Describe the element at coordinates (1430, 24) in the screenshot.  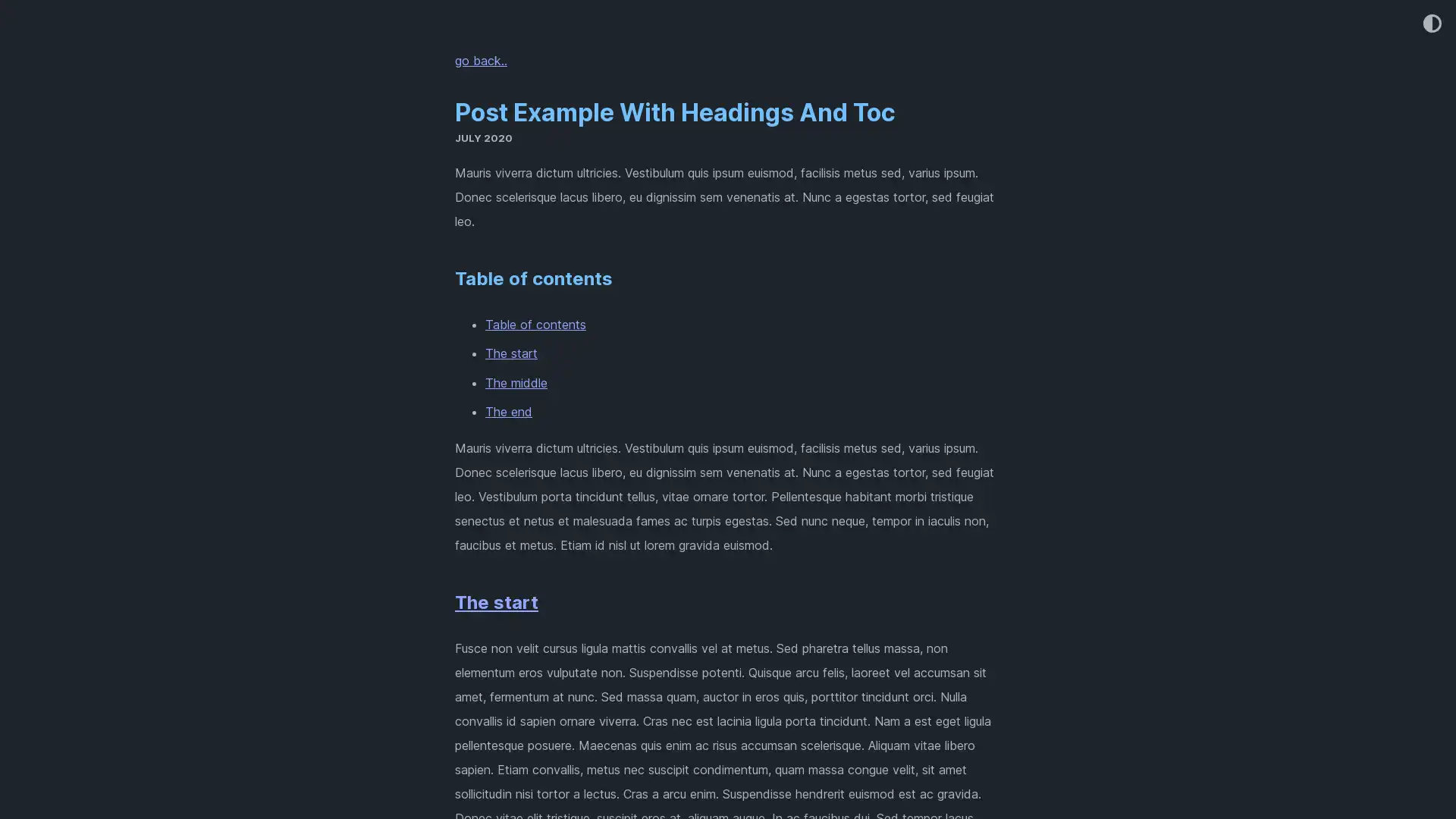
I see `Toggle Theme` at that location.